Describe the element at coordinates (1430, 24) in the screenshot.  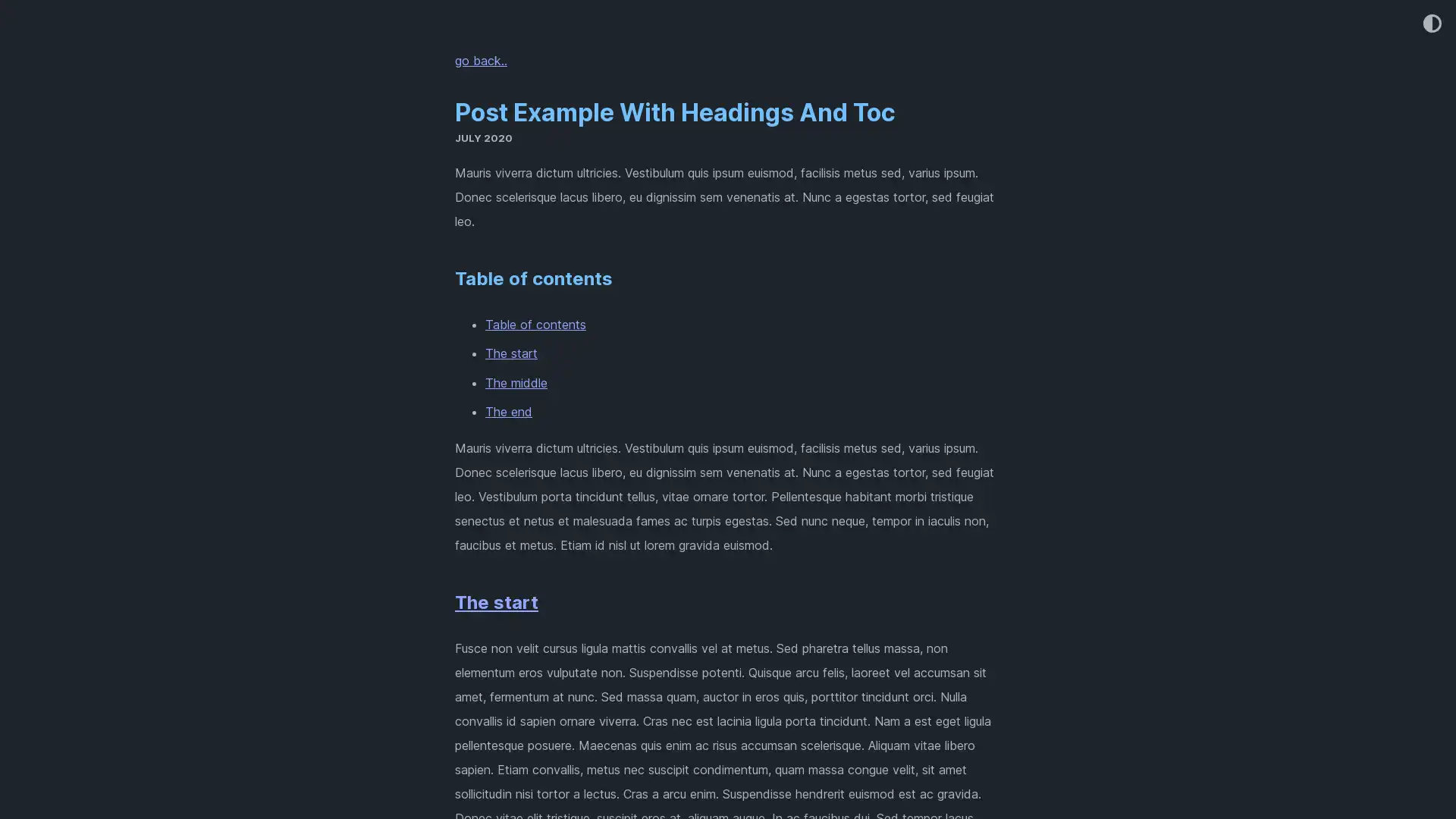
I see `Toggle Theme` at that location.